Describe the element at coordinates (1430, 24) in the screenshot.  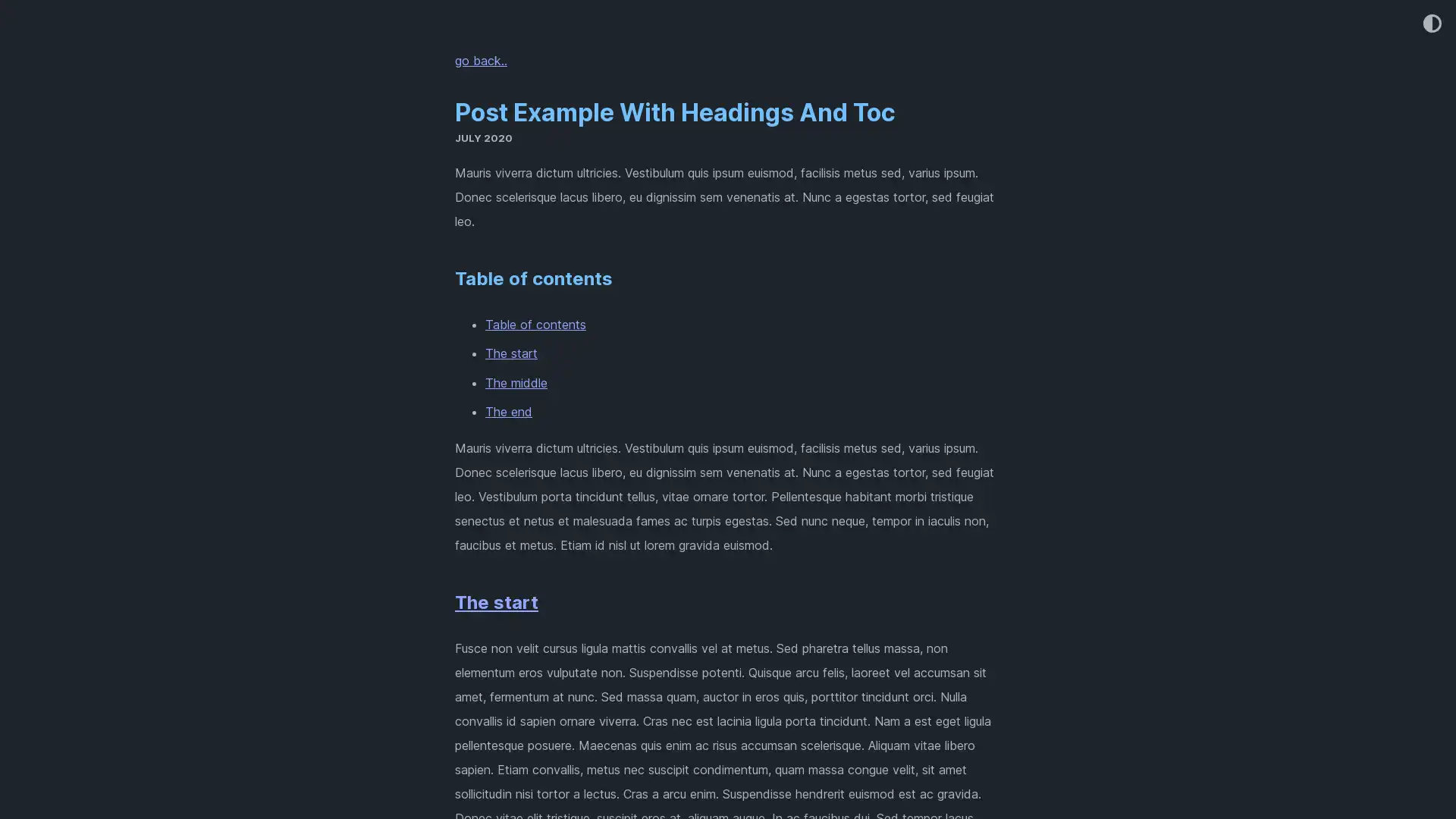
I see `Toggle Theme` at that location.